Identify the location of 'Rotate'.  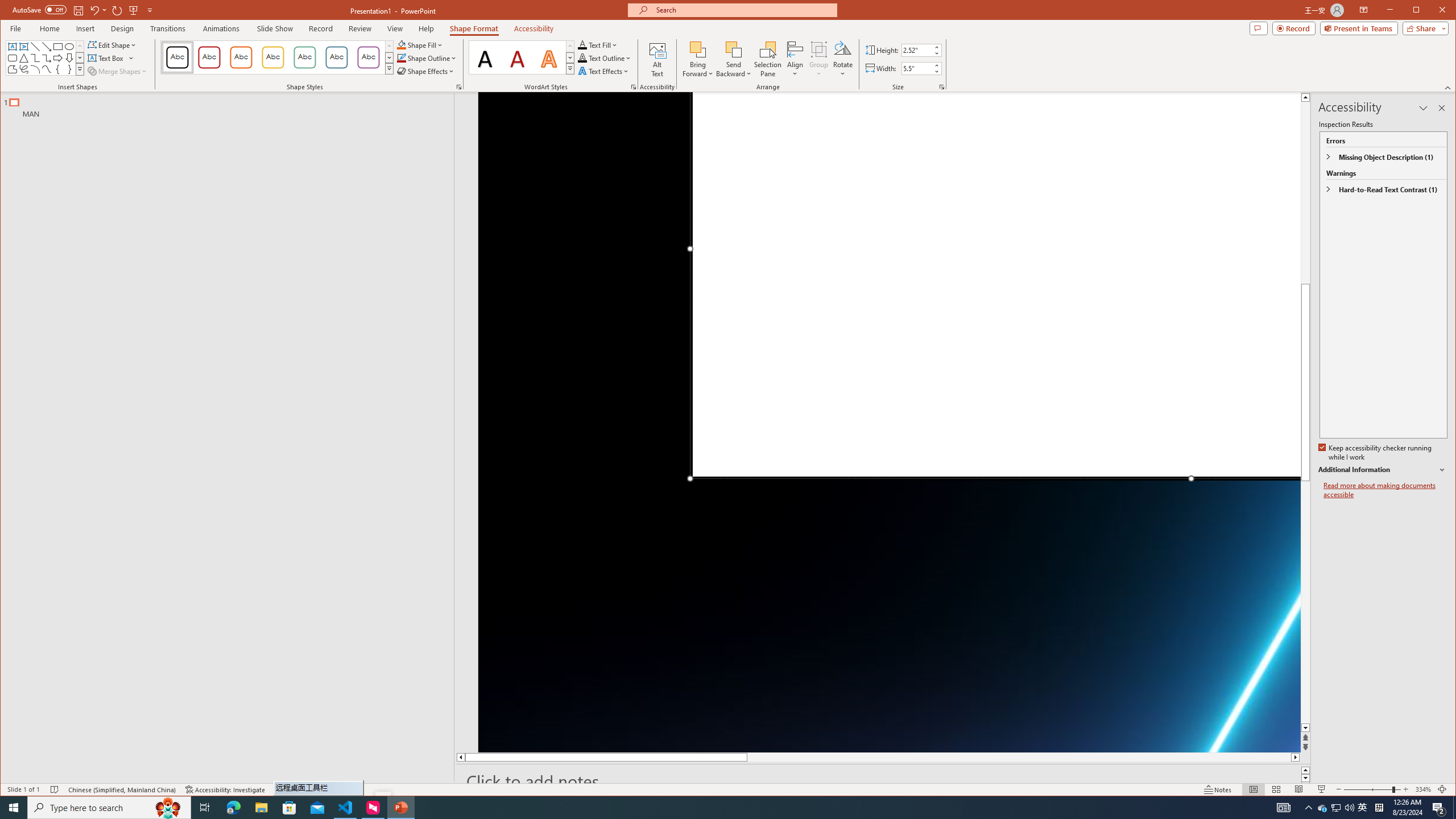
(842, 59).